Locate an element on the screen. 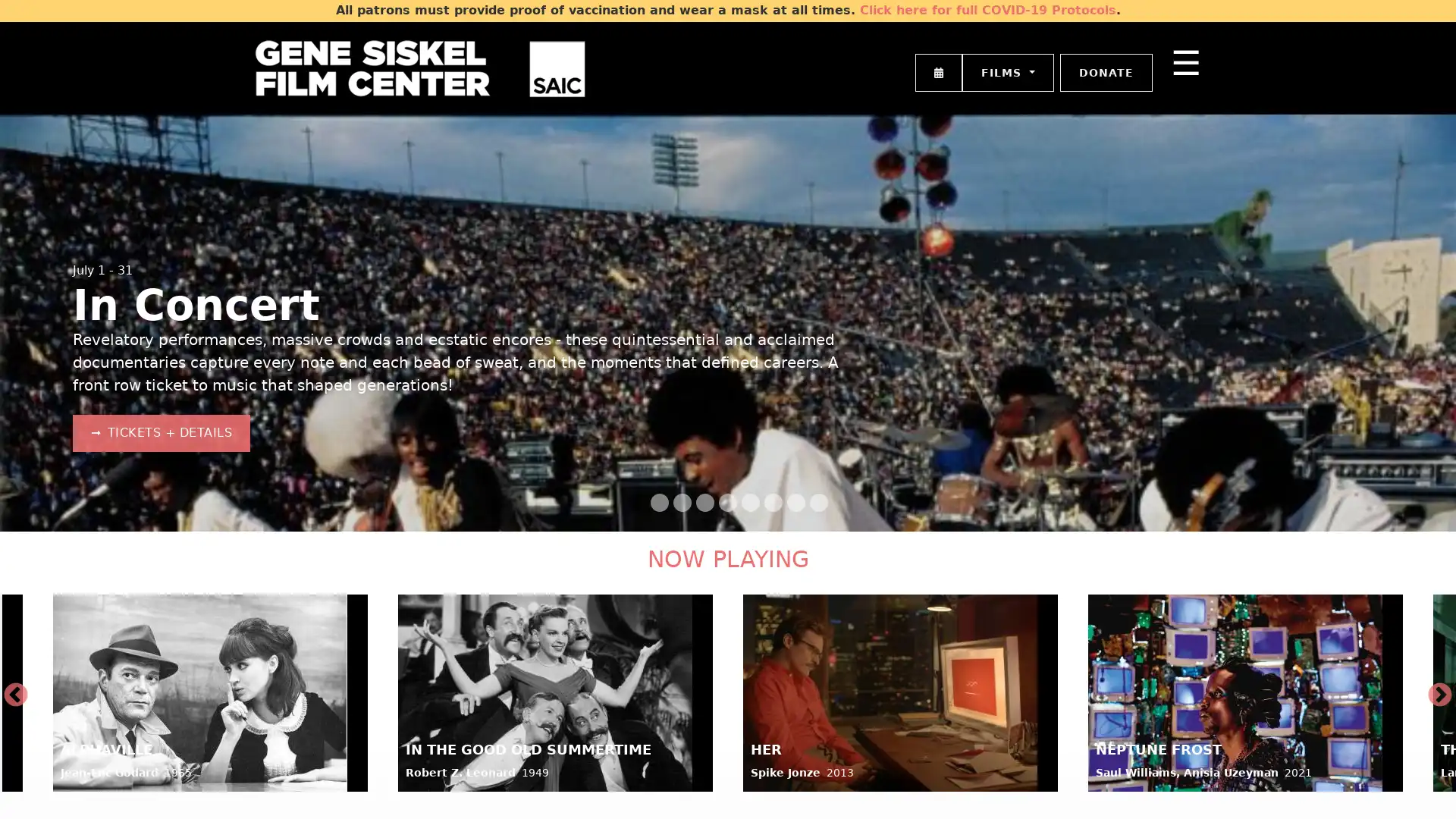  DONATE is located at coordinates (1106, 72).